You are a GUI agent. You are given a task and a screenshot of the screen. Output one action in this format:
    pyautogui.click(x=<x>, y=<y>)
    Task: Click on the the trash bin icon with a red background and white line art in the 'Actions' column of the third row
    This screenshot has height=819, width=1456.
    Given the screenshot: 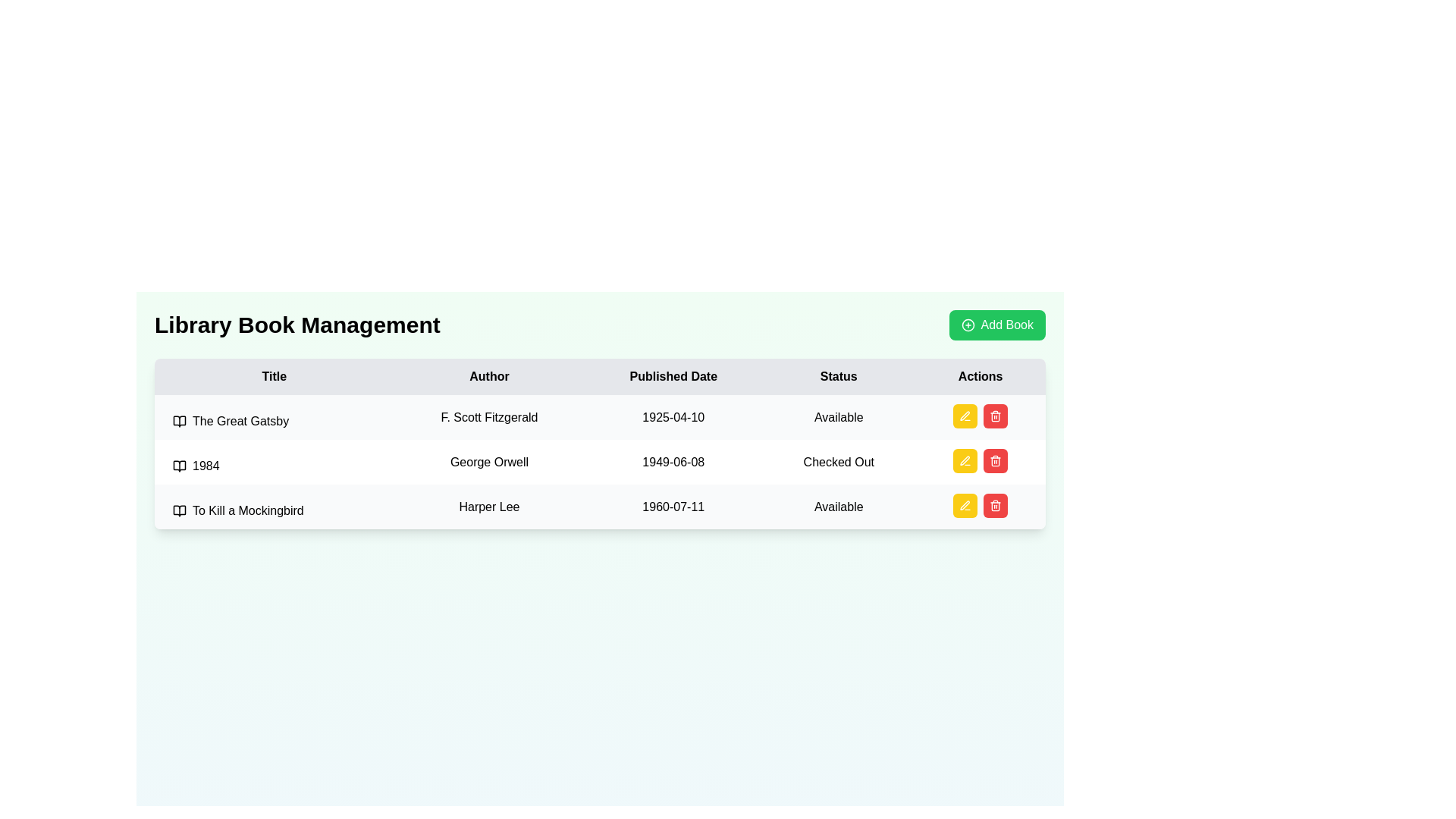 What is the action you would take?
    pyautogui.click(x=996, y=506)
    